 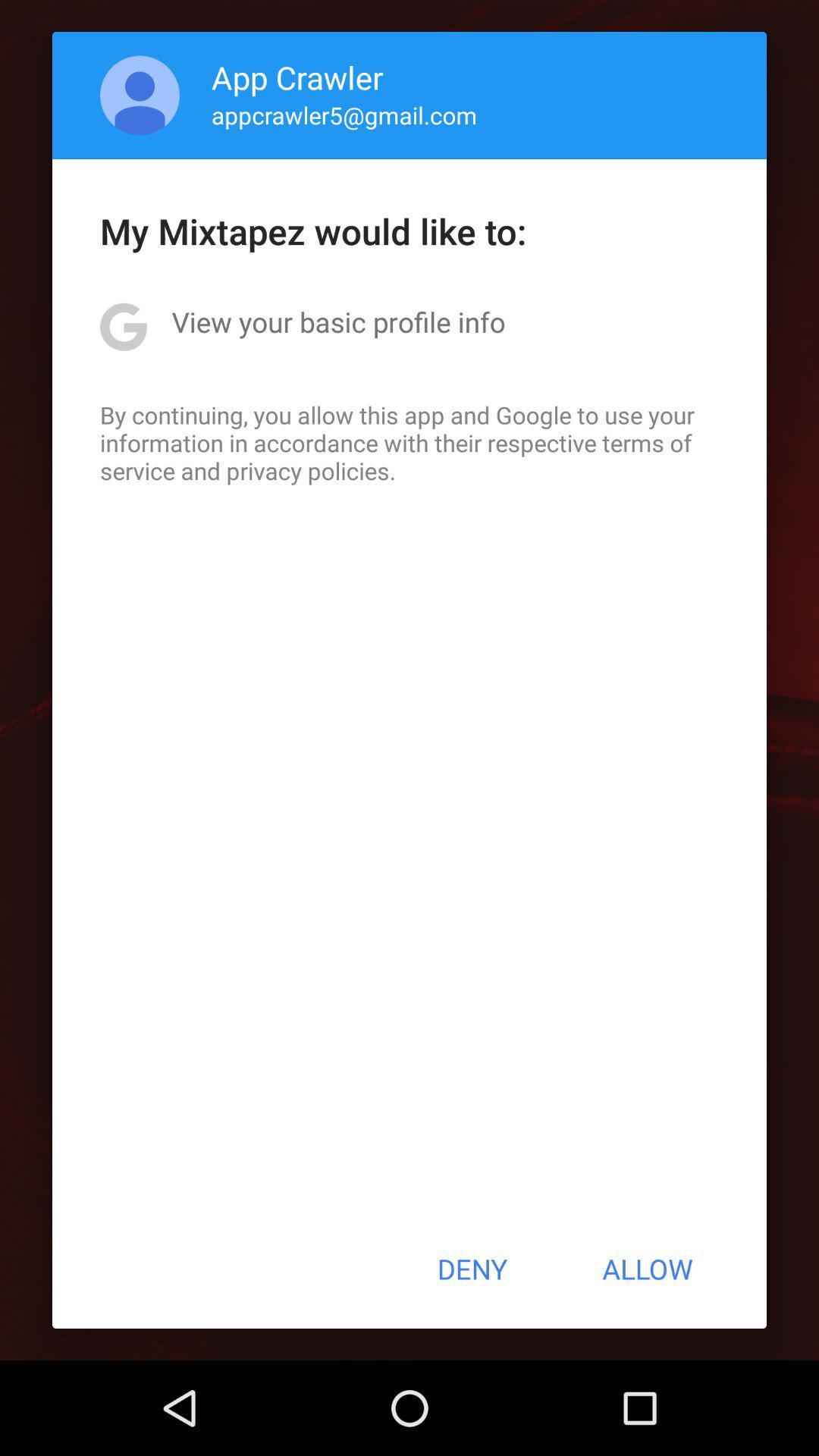 I want to click on the appcrawler5@gmail.com app, so click(x=344, y=114).